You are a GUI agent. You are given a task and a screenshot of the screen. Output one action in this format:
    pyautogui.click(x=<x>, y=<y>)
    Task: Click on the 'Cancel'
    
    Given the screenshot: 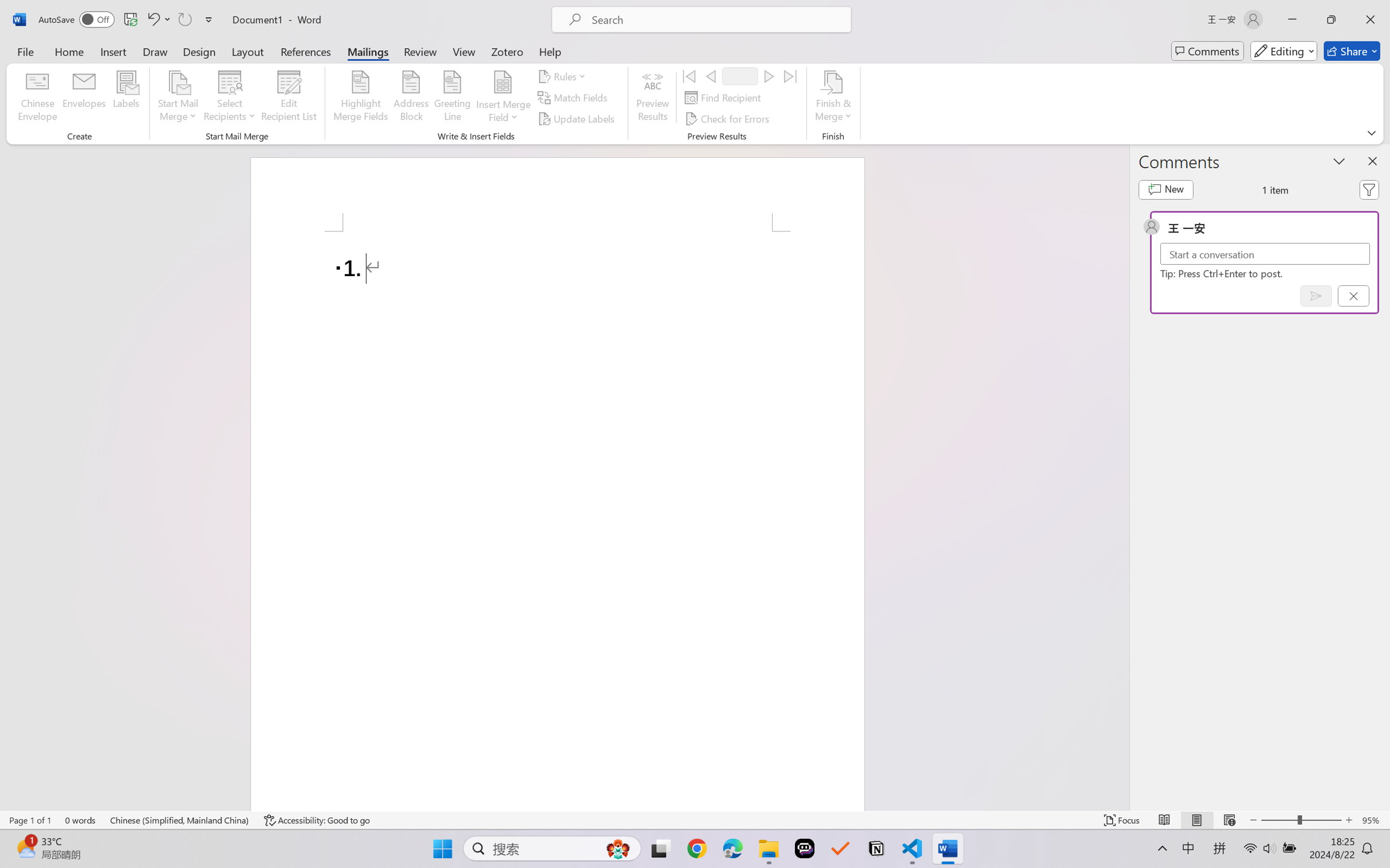 What is the action you would take?
    pyautogui.click(x=1353, y=296)
    